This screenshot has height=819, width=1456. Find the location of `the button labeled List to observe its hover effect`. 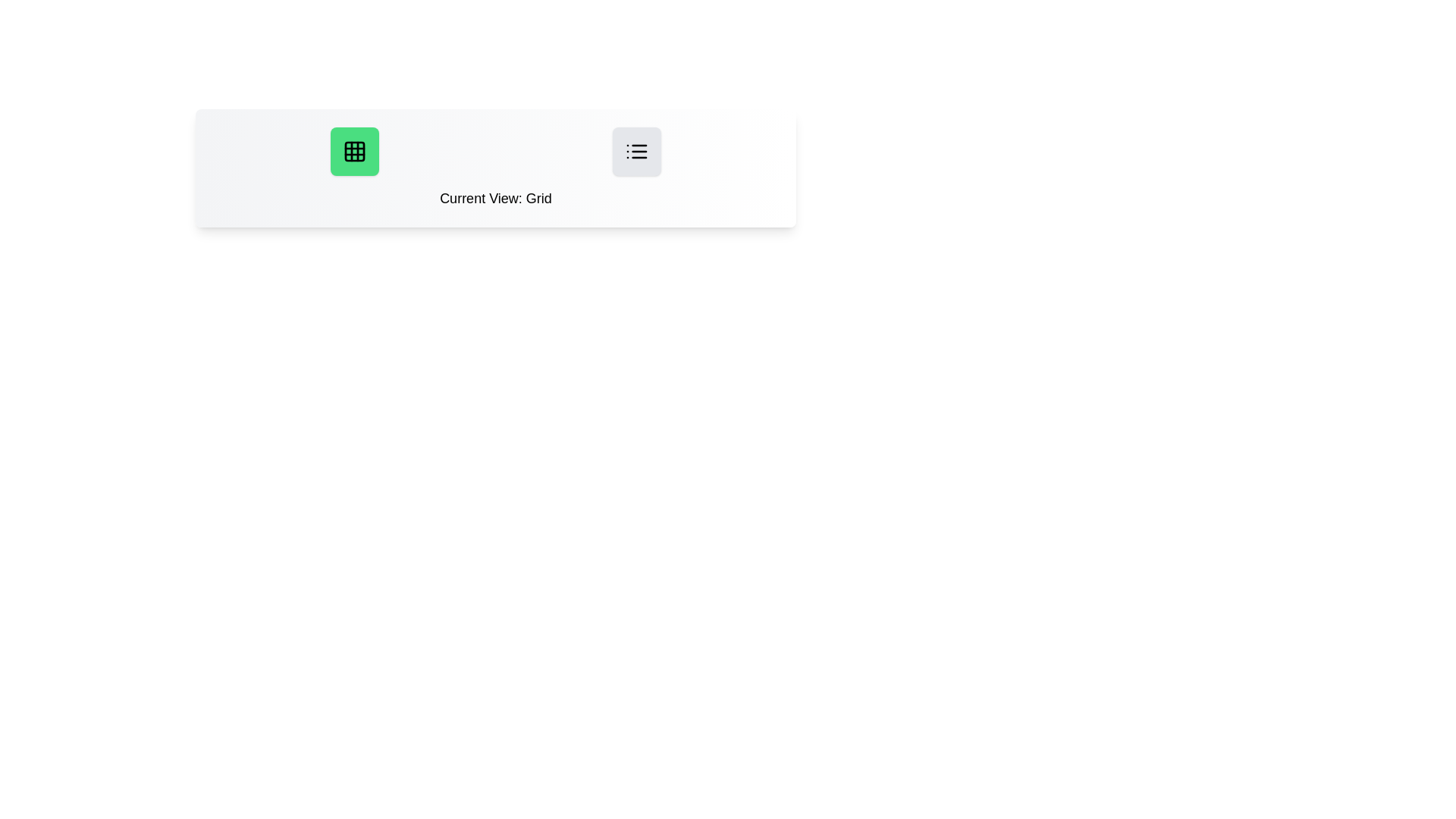

the button labeled List to observe its hover effect is located at coordinates (637, 152).